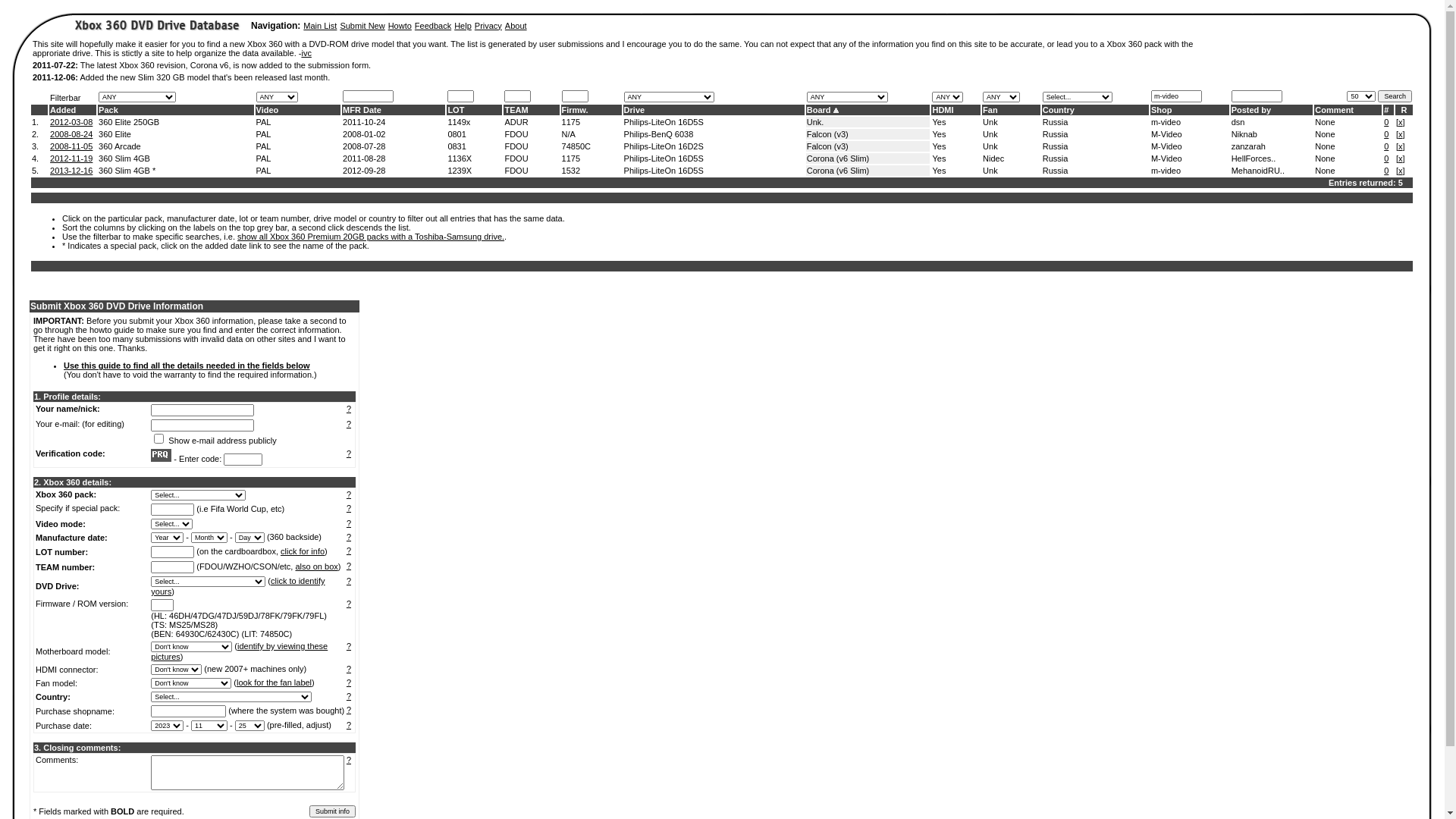 This screenshot has width=1456, height=819. What do you see at coordinates (61, 109) in the screenshot?
I see `'Added'` at bounding box center [61, 109].